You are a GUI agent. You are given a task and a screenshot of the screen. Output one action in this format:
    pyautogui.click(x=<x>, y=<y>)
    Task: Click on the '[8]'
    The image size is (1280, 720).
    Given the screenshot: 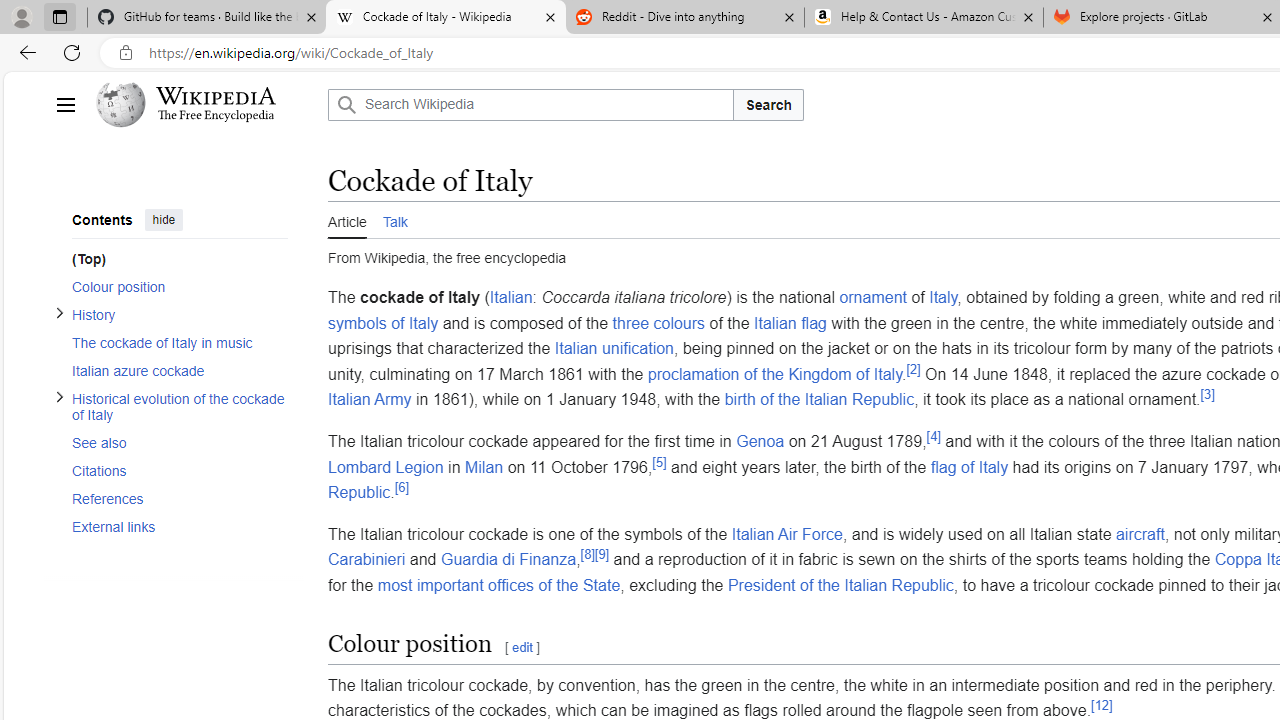 What is the action you would take?
    pyautogui.click(x=586, y=555)
    